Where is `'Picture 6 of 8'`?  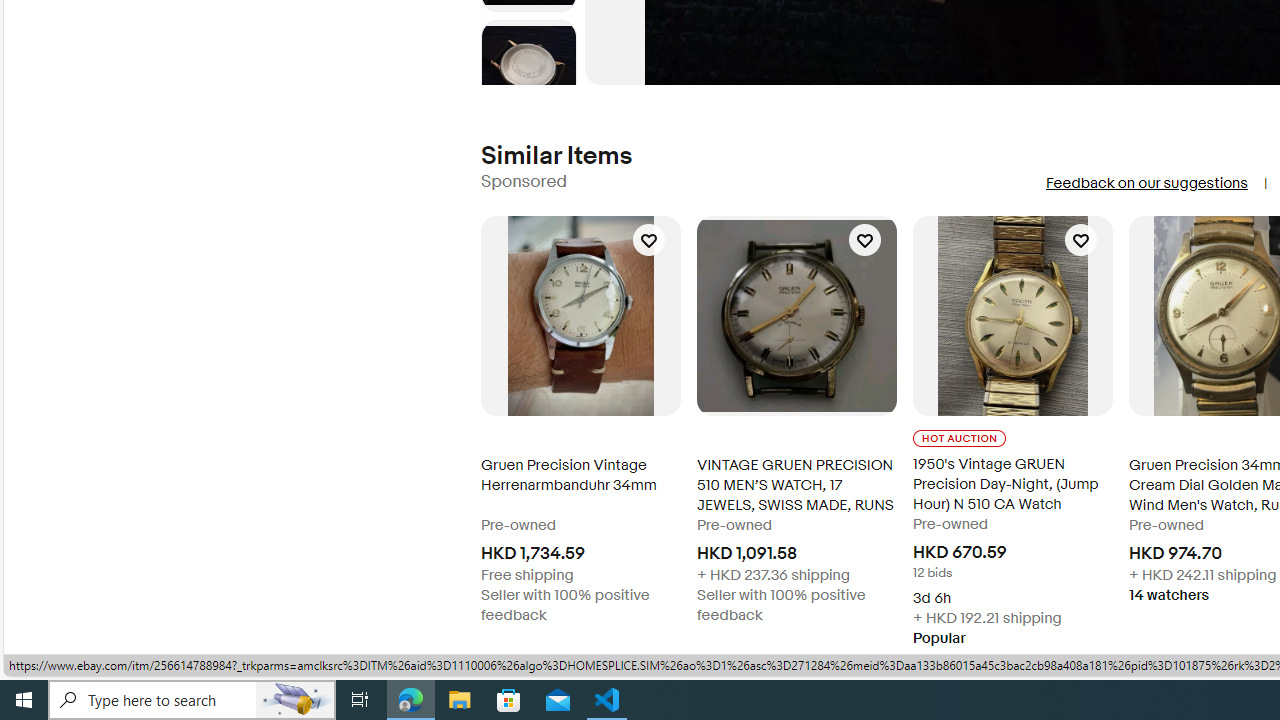 'Picture 6 of 8' is located at coordinates (528, 67).